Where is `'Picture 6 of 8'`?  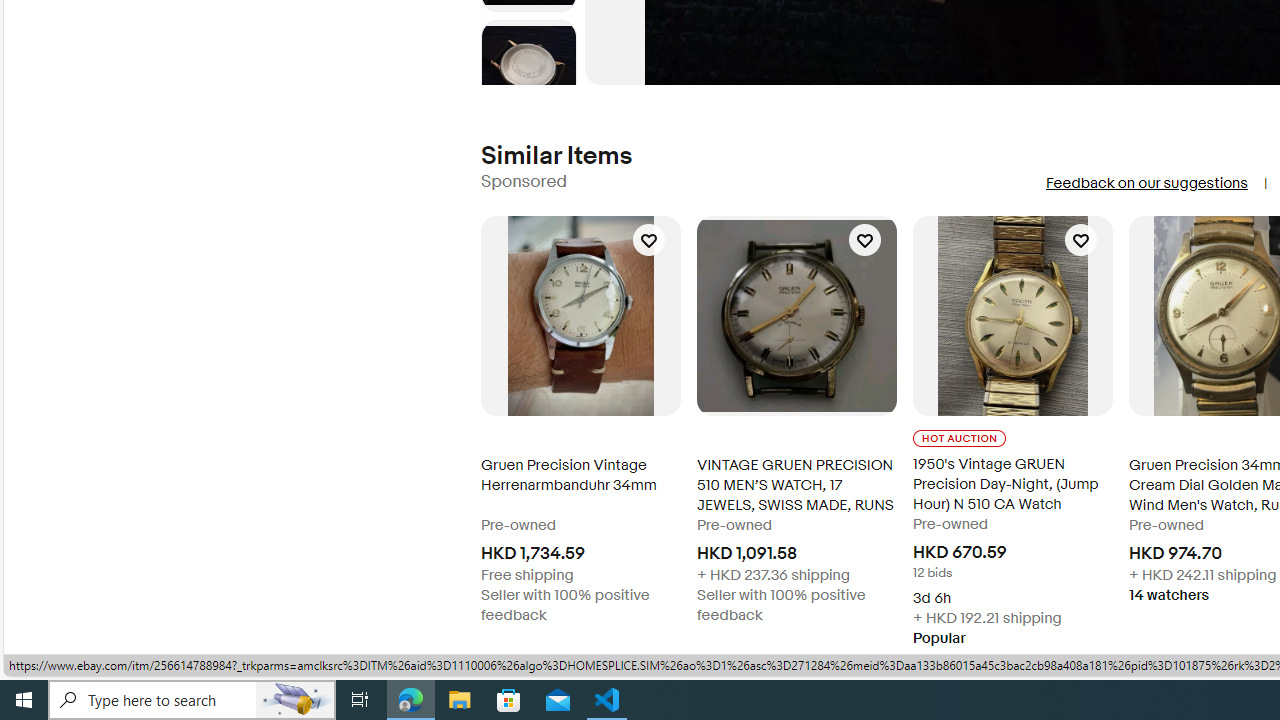 'Picture 6 of 8' is located at coordinates (528, 67).